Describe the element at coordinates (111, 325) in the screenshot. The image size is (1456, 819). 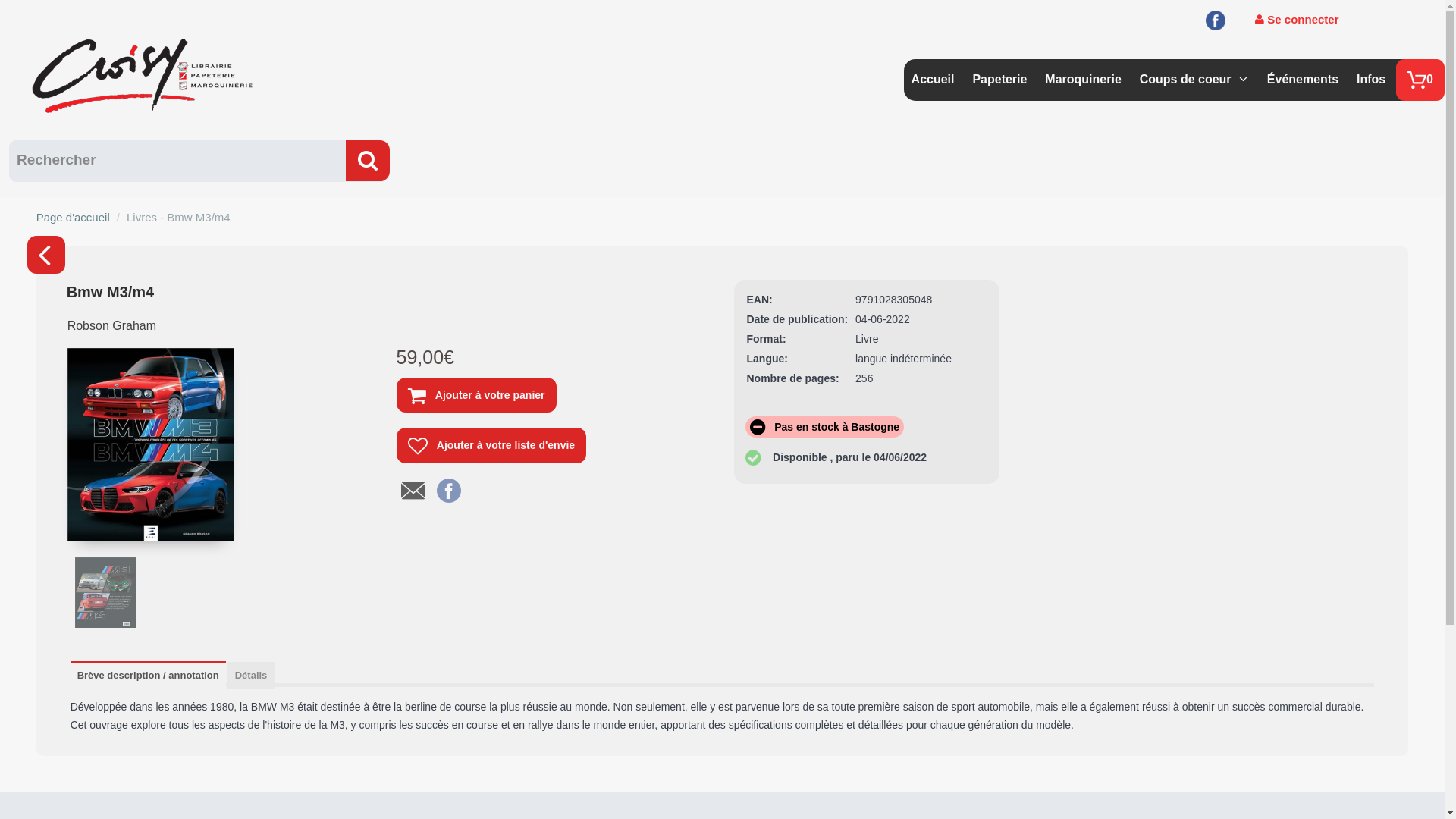
I see `'Robson Graham'` at that location.